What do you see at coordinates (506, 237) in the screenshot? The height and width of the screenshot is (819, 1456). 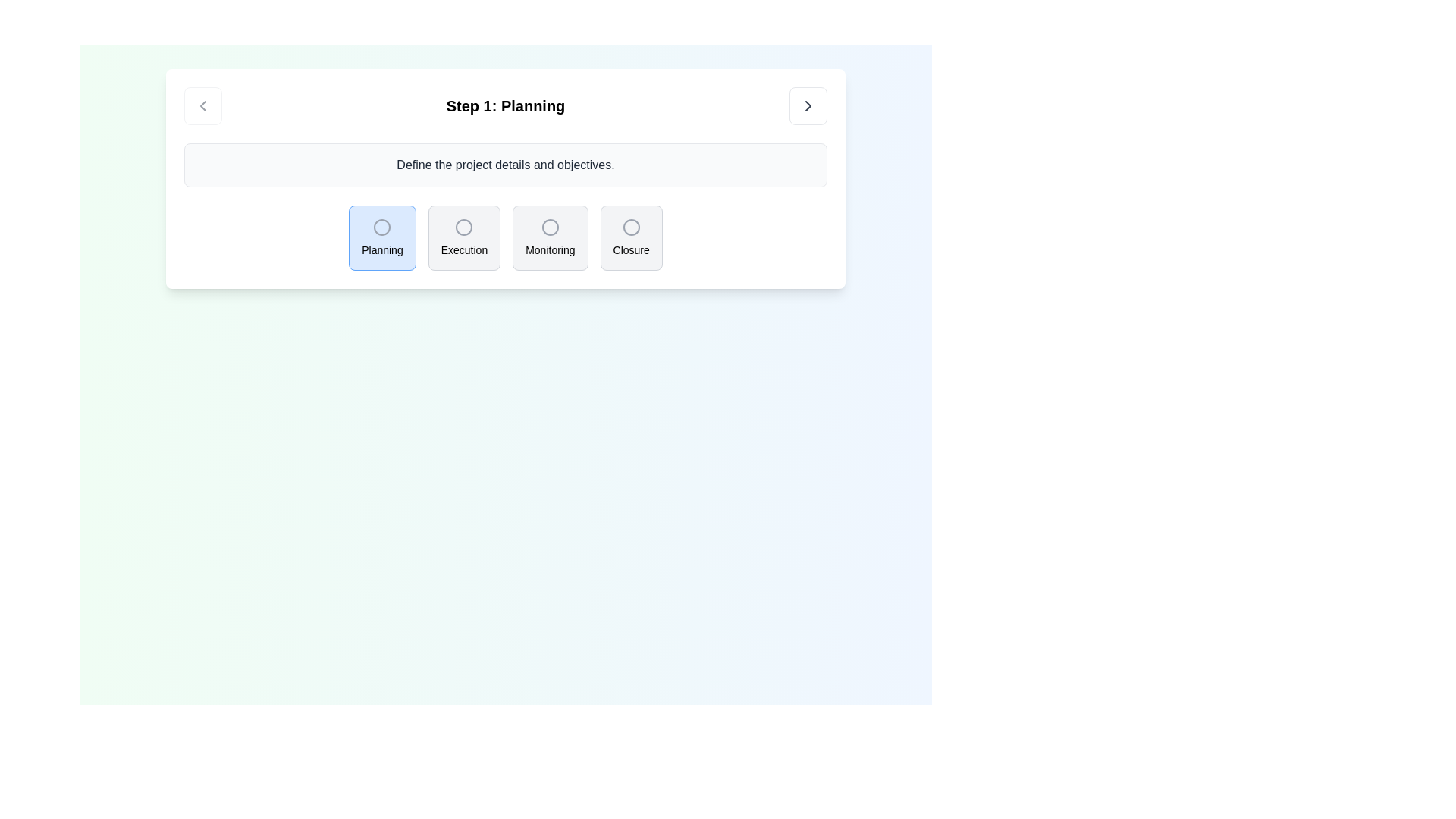 I see `the 'Execution' button in the button group` at bounding box center [506, 237].